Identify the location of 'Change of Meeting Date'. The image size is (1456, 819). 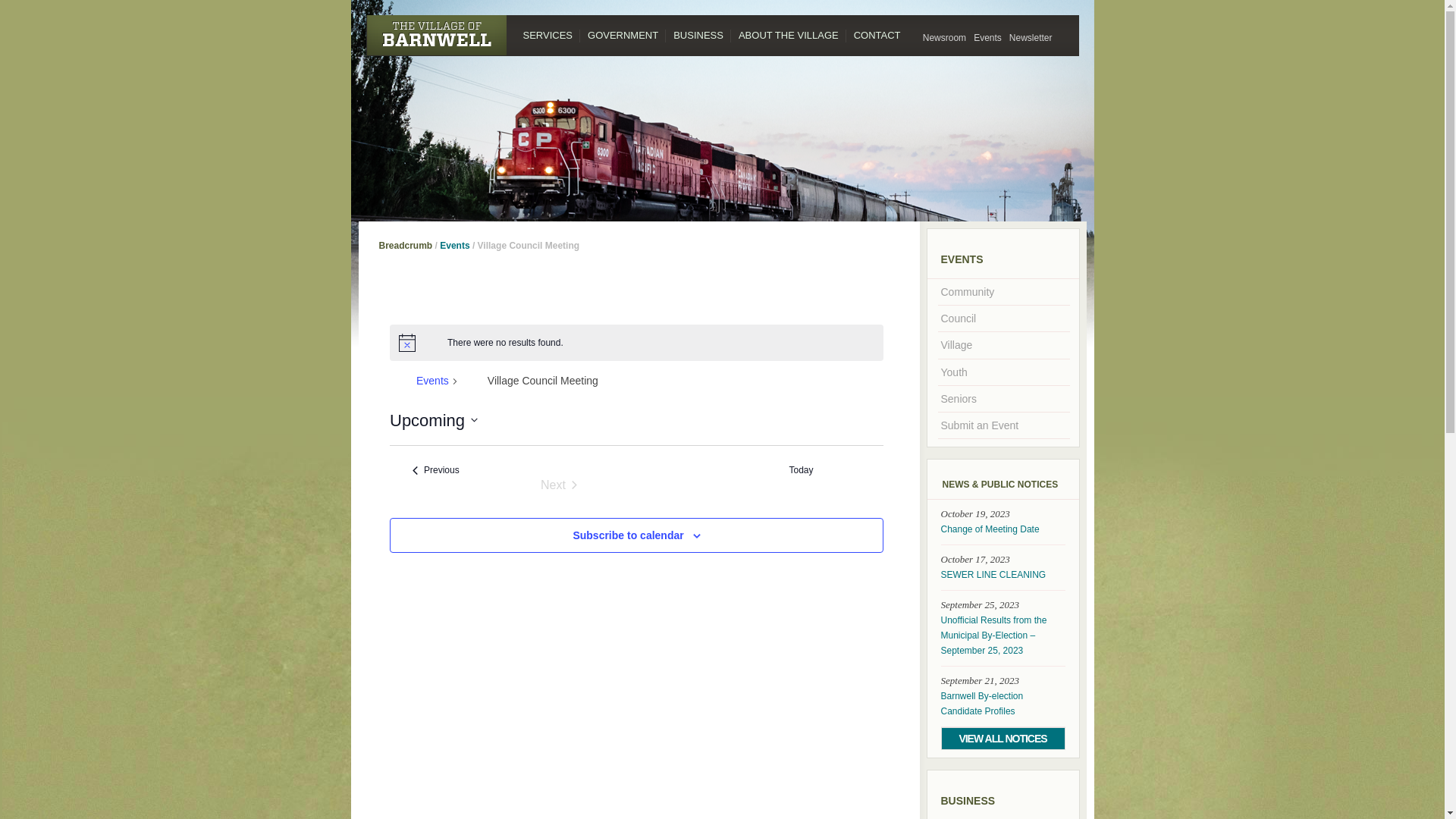
(1002, 529).